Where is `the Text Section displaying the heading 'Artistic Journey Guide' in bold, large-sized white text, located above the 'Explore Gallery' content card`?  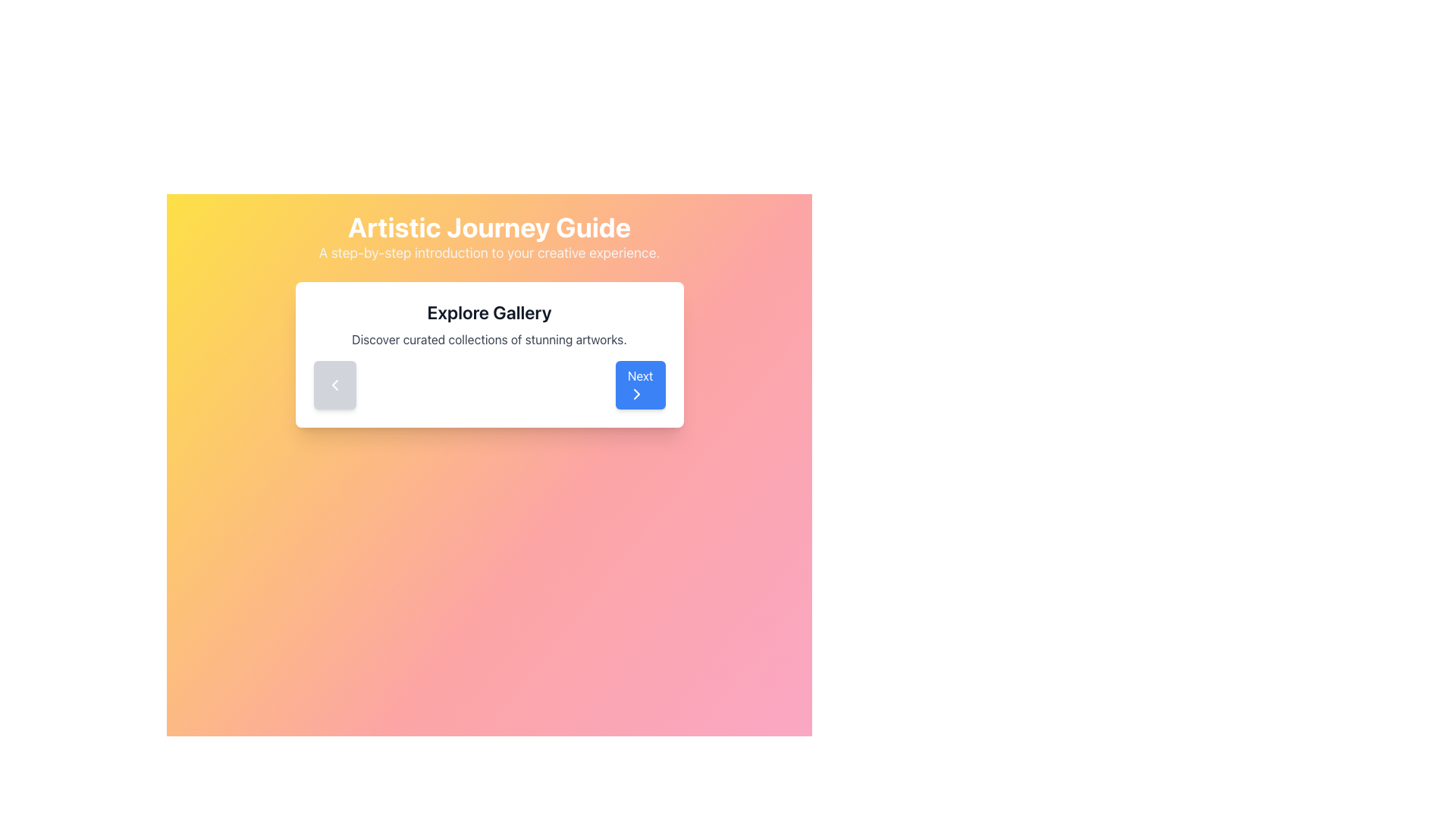
the Text Section displaying the heading 'Artistic Journey Guide' in bold, large-sized white text, located above the 'Explore Gallery' content card is located at coordinates (489, 237).